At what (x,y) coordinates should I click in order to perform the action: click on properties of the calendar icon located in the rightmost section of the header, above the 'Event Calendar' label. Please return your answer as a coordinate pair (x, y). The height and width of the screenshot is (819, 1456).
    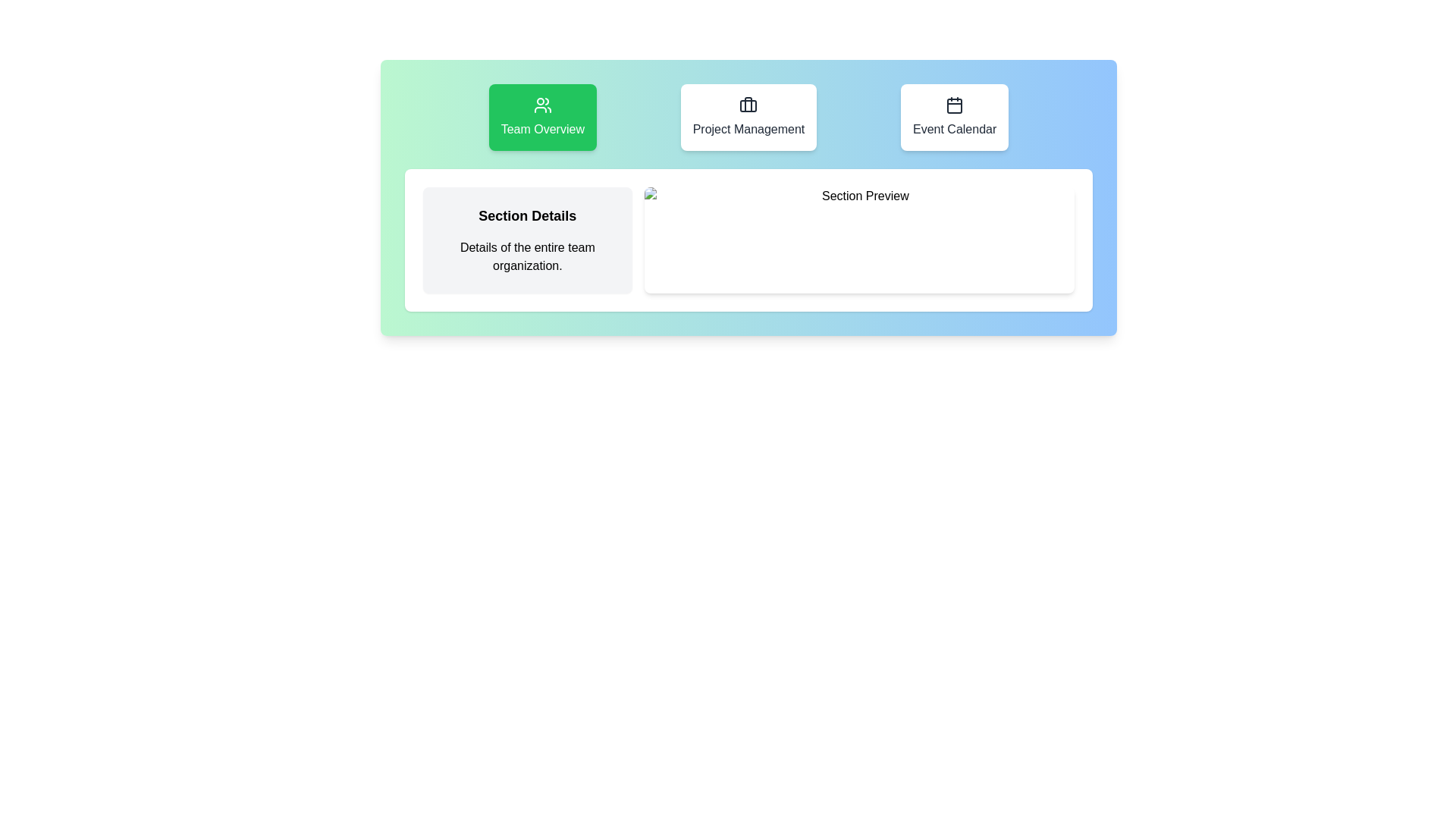
    Looking at the image, I should click on (954, 104).